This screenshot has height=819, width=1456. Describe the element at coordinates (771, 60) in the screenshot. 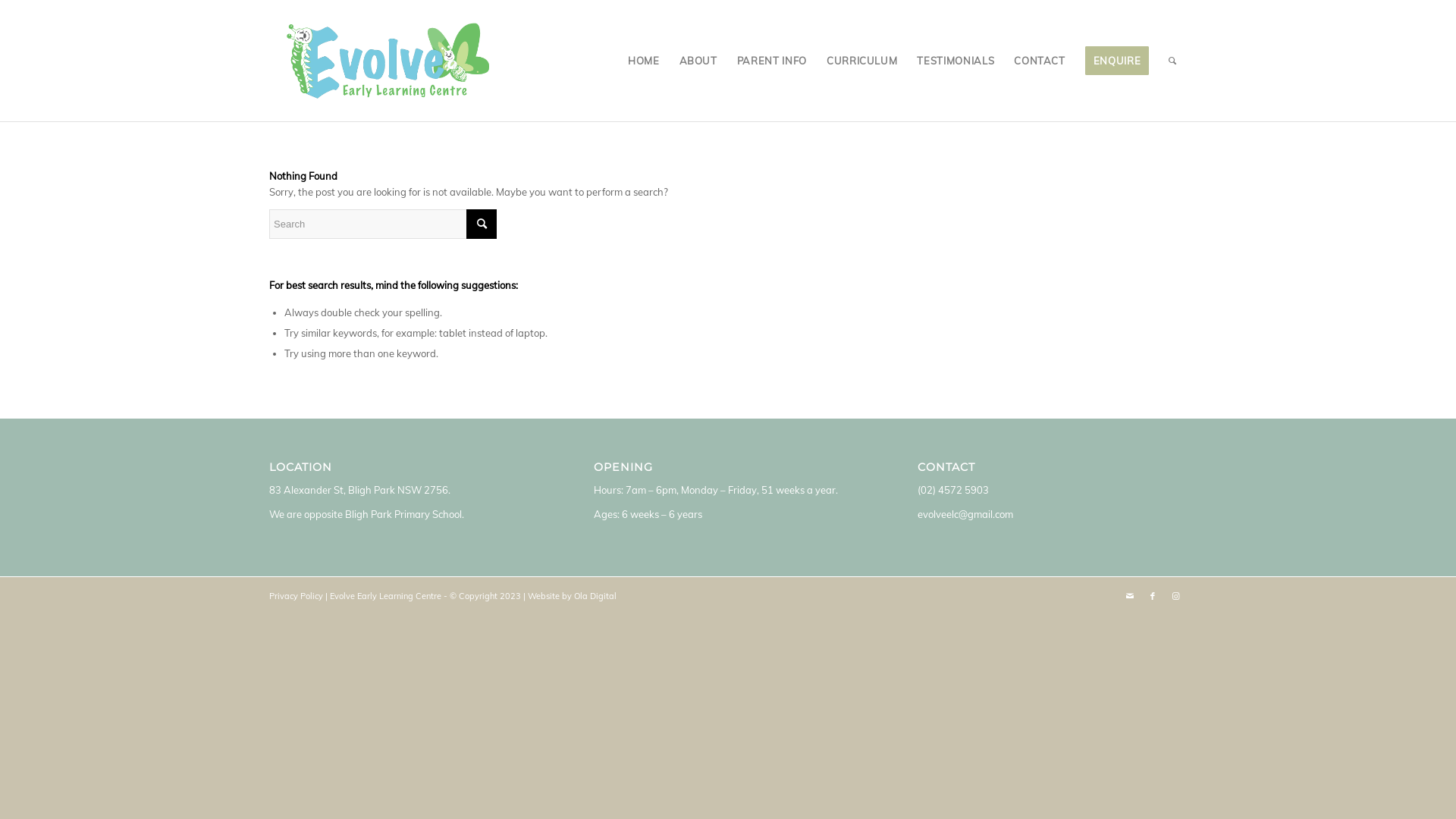

I see `'PARENT INFO'` at that location.